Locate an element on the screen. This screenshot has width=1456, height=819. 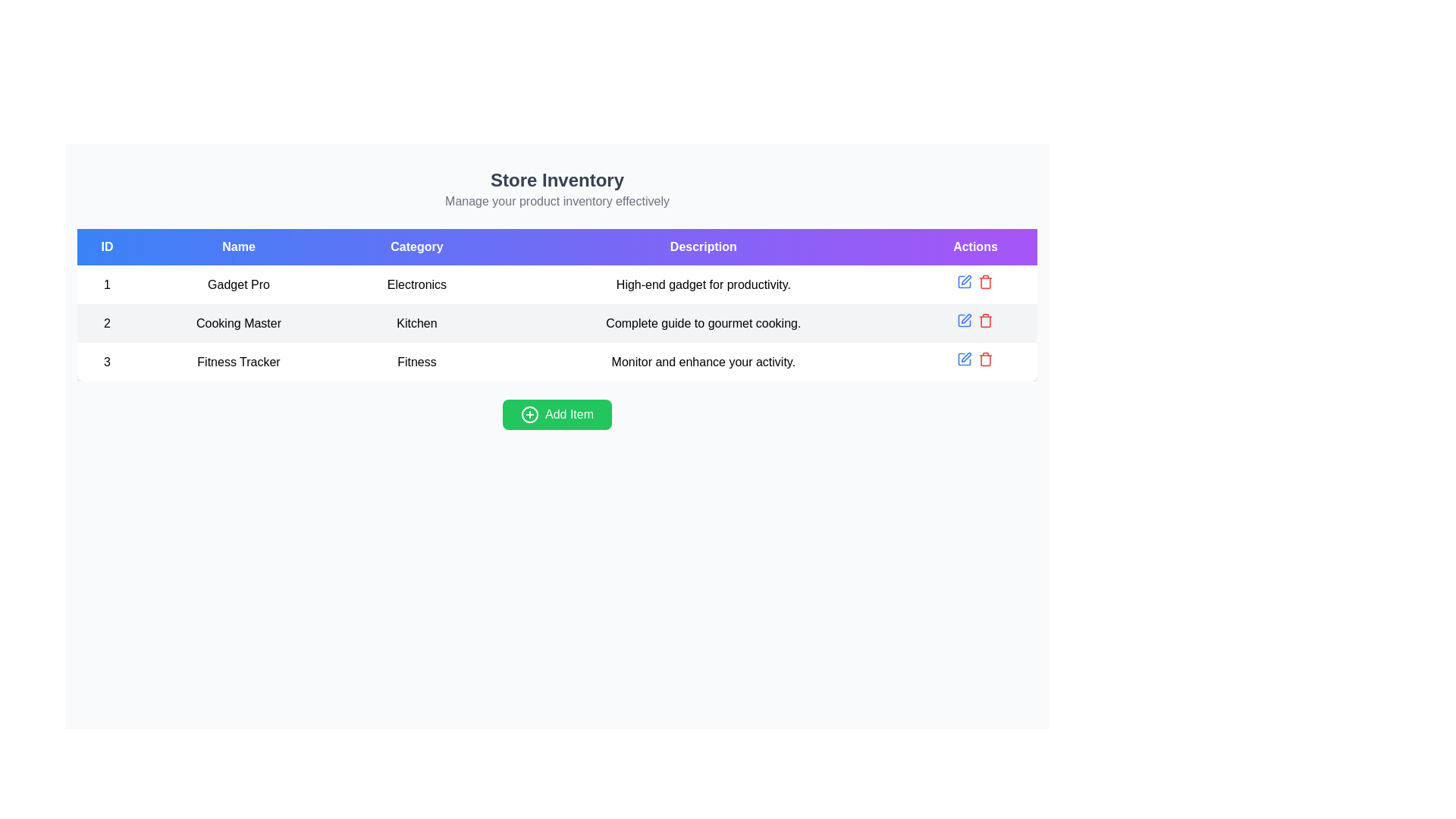
the delete button located in the 'Actions' column of the first row of the table to invoke the delete action is located at coordinates (986, 281).